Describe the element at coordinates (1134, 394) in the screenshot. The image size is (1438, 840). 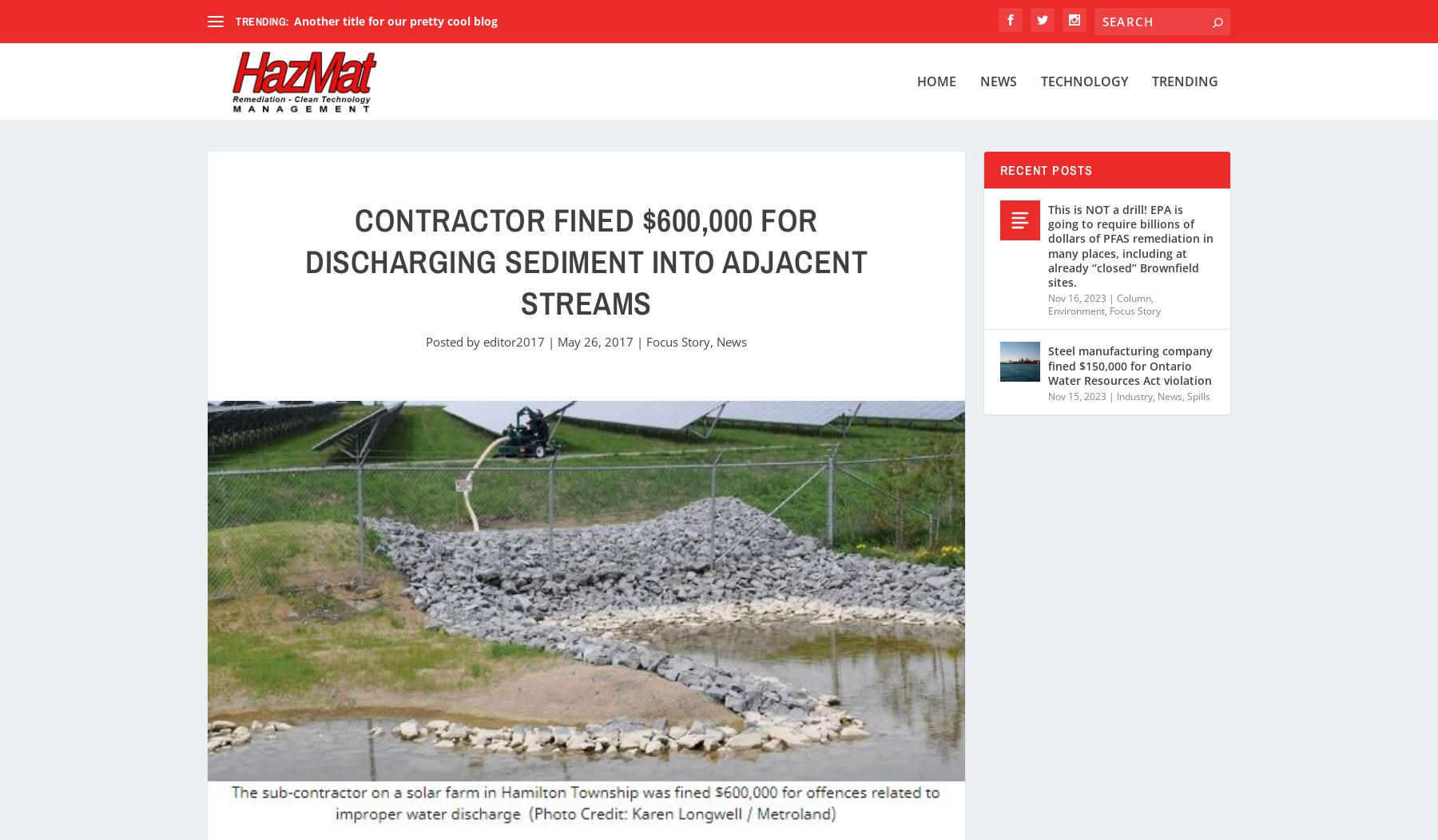
I see `'Industry'` at that location.